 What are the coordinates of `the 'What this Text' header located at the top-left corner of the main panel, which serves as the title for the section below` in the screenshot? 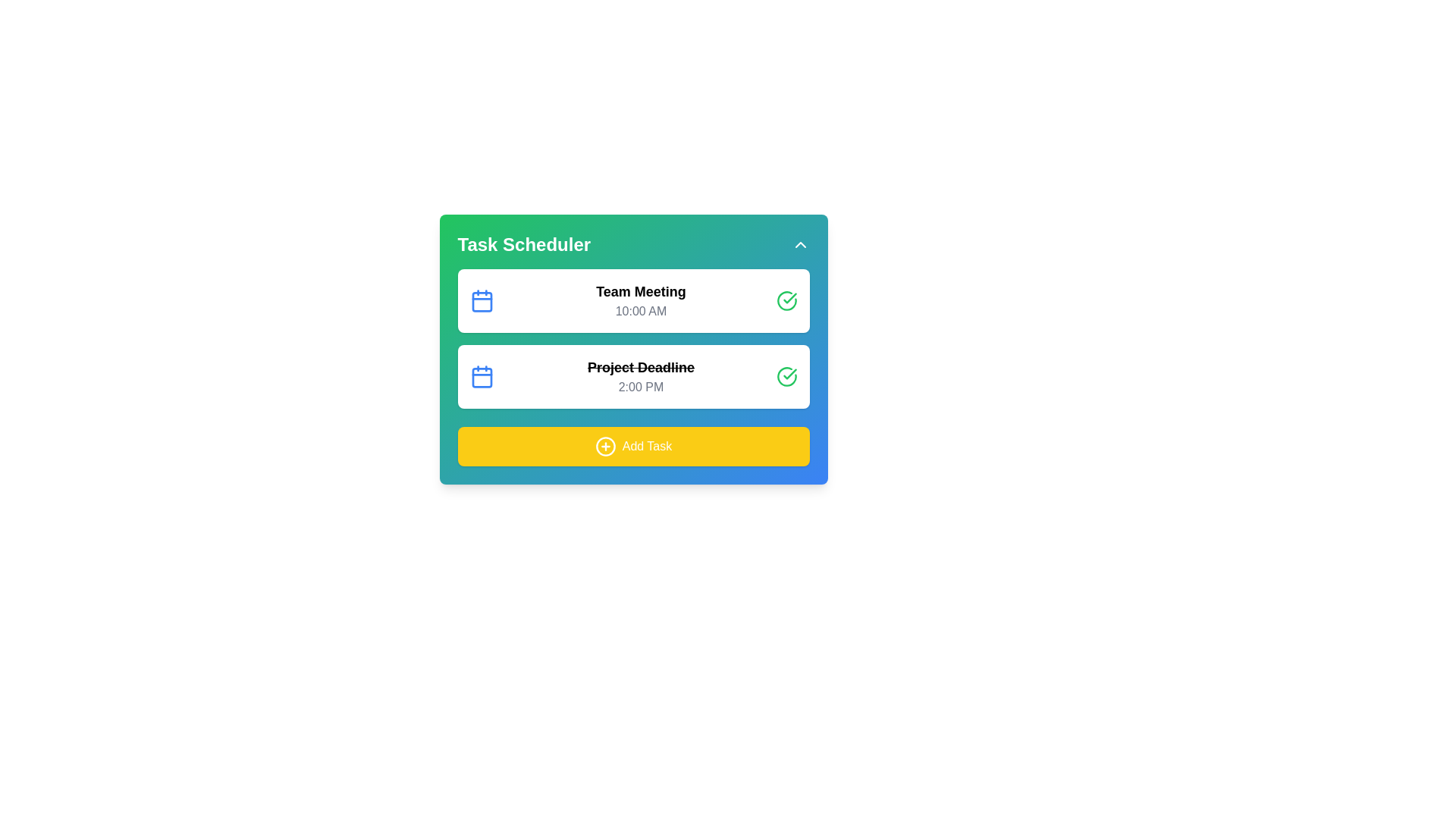 It's located at (524, 244).